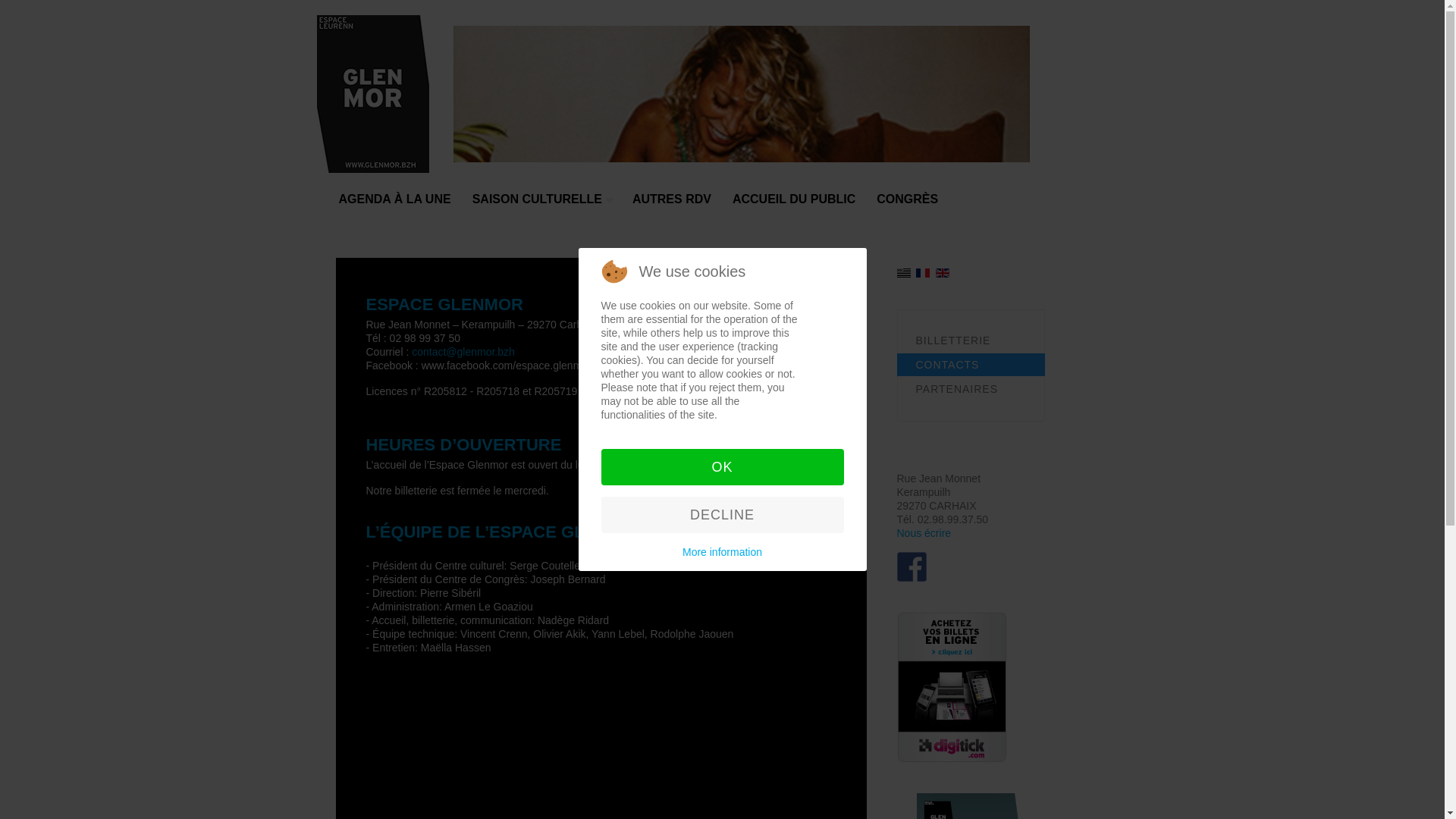 This screenshot has width=1456, height=819. I want to click on 'AUTRES RDV', so click(671, 205).